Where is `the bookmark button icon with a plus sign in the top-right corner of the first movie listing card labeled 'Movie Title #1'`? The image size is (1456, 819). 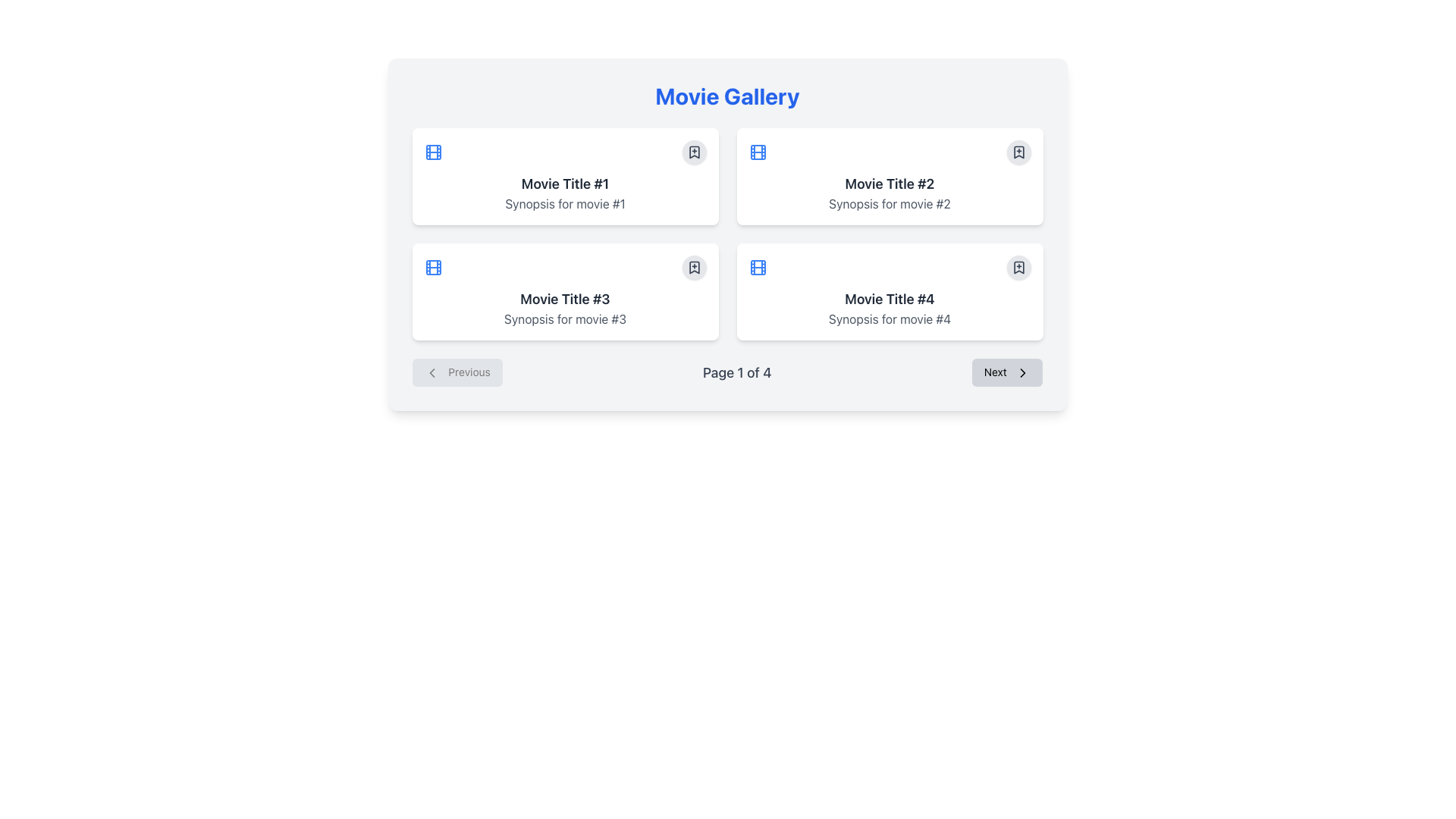 the bookmark button icon with a plus sign in the top-right corner of the first movie listing card labeled 'Movie Title #1' is located at coordinates (693, 152).